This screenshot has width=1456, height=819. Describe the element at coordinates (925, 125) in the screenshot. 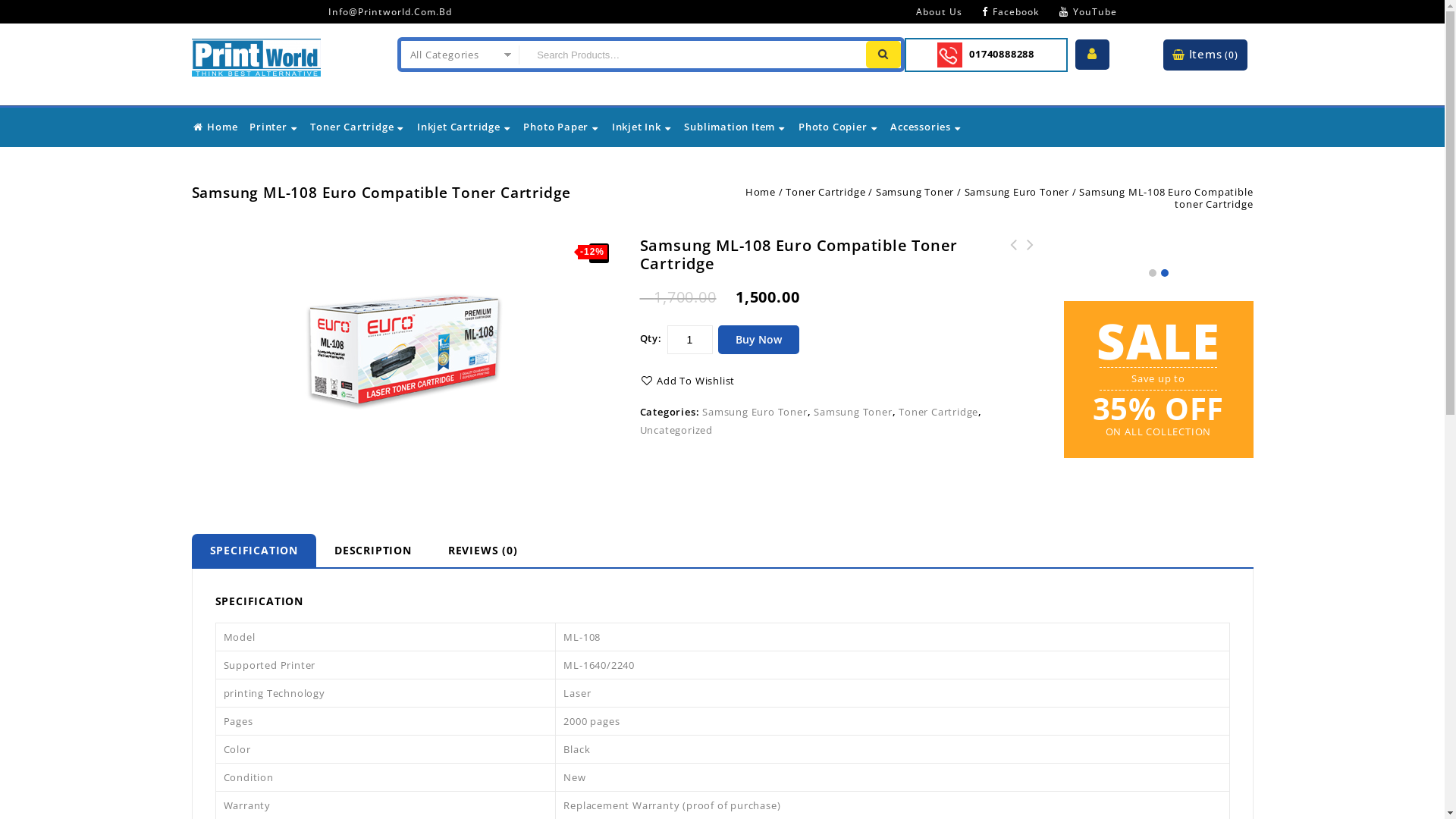

I see `'Accessories'` at that location.